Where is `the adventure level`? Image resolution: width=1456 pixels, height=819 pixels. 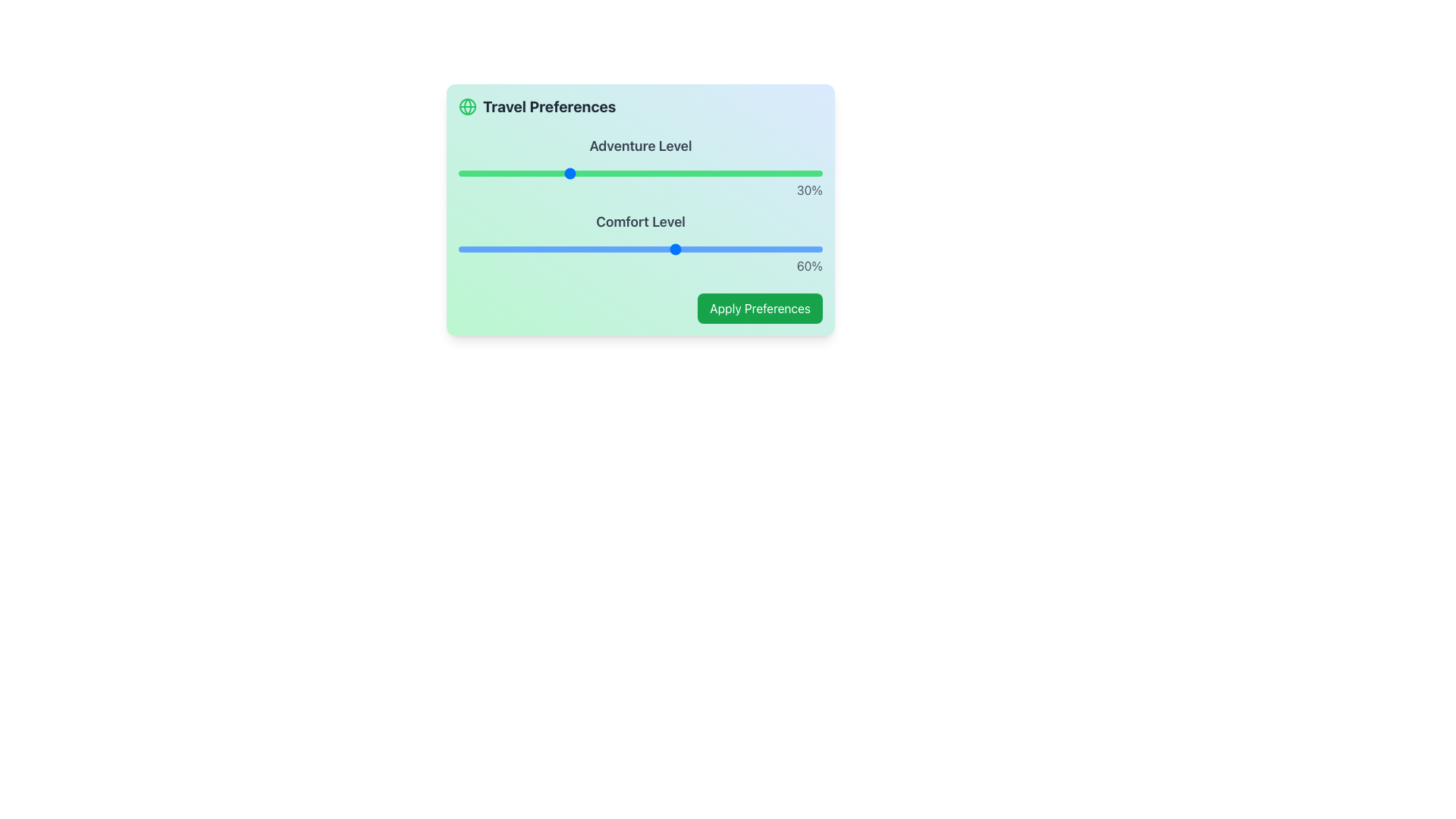
the adventure level is located at coordinates (582, 172).